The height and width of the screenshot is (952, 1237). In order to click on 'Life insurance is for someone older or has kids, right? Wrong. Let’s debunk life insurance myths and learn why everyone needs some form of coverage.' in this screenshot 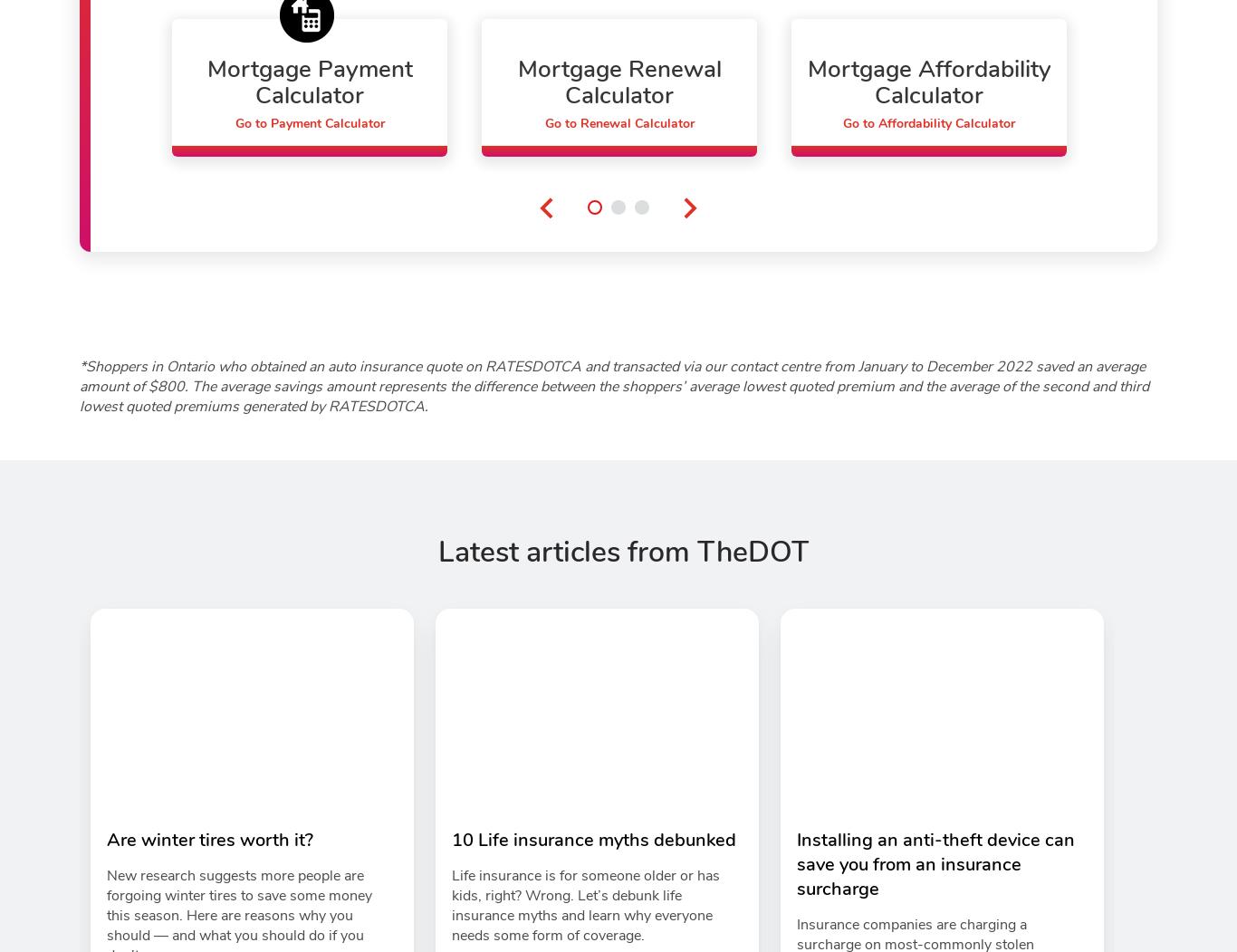, I will do `click(584, 904)`.